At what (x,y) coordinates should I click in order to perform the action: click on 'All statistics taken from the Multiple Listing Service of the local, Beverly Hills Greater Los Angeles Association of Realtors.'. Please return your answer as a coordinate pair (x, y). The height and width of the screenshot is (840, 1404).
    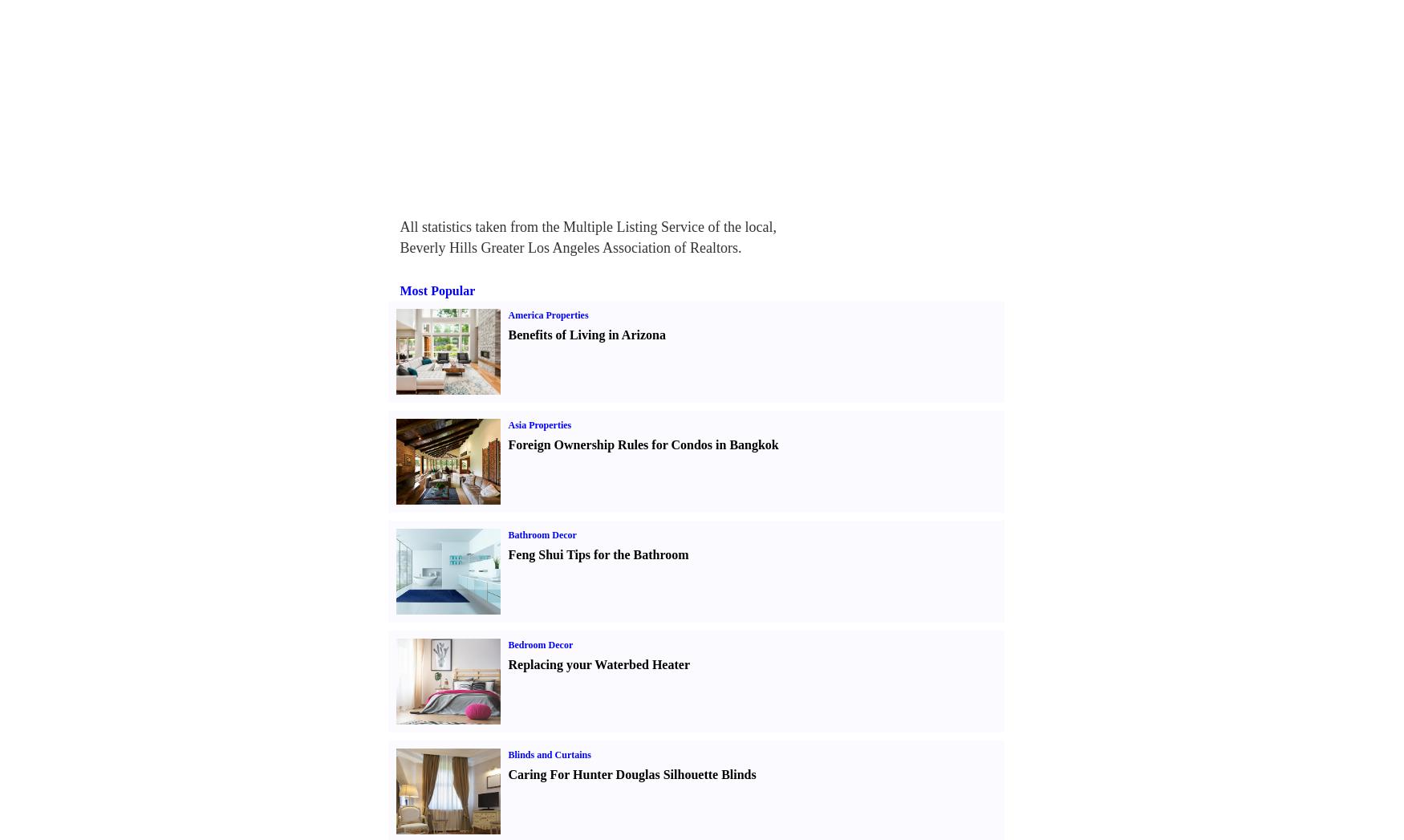
    Looking at the image, I should click on (587, 236).